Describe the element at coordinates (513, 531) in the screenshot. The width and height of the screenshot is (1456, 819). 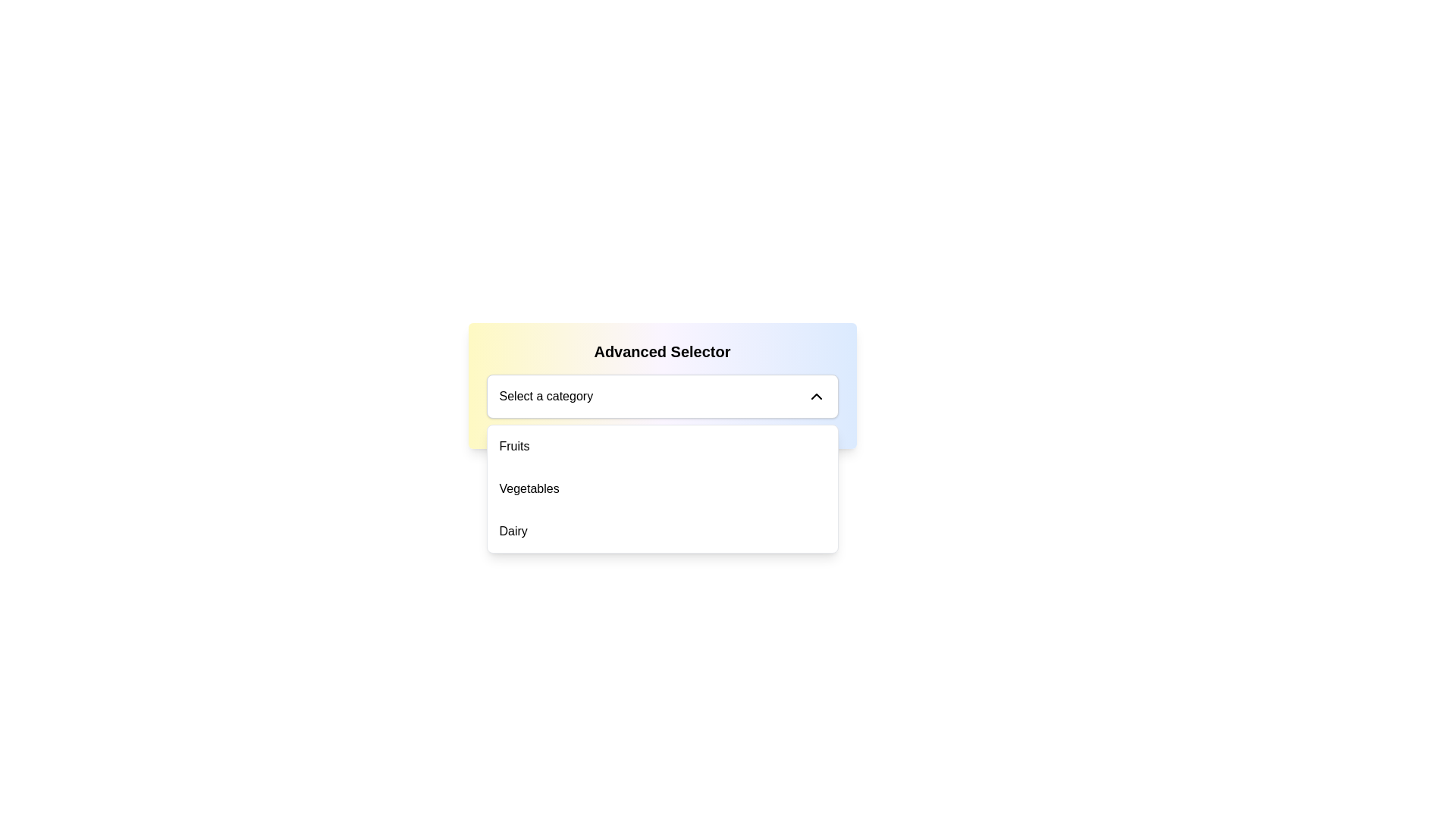
I see `the 'Dairy' item in the dropdown menu` at that location.